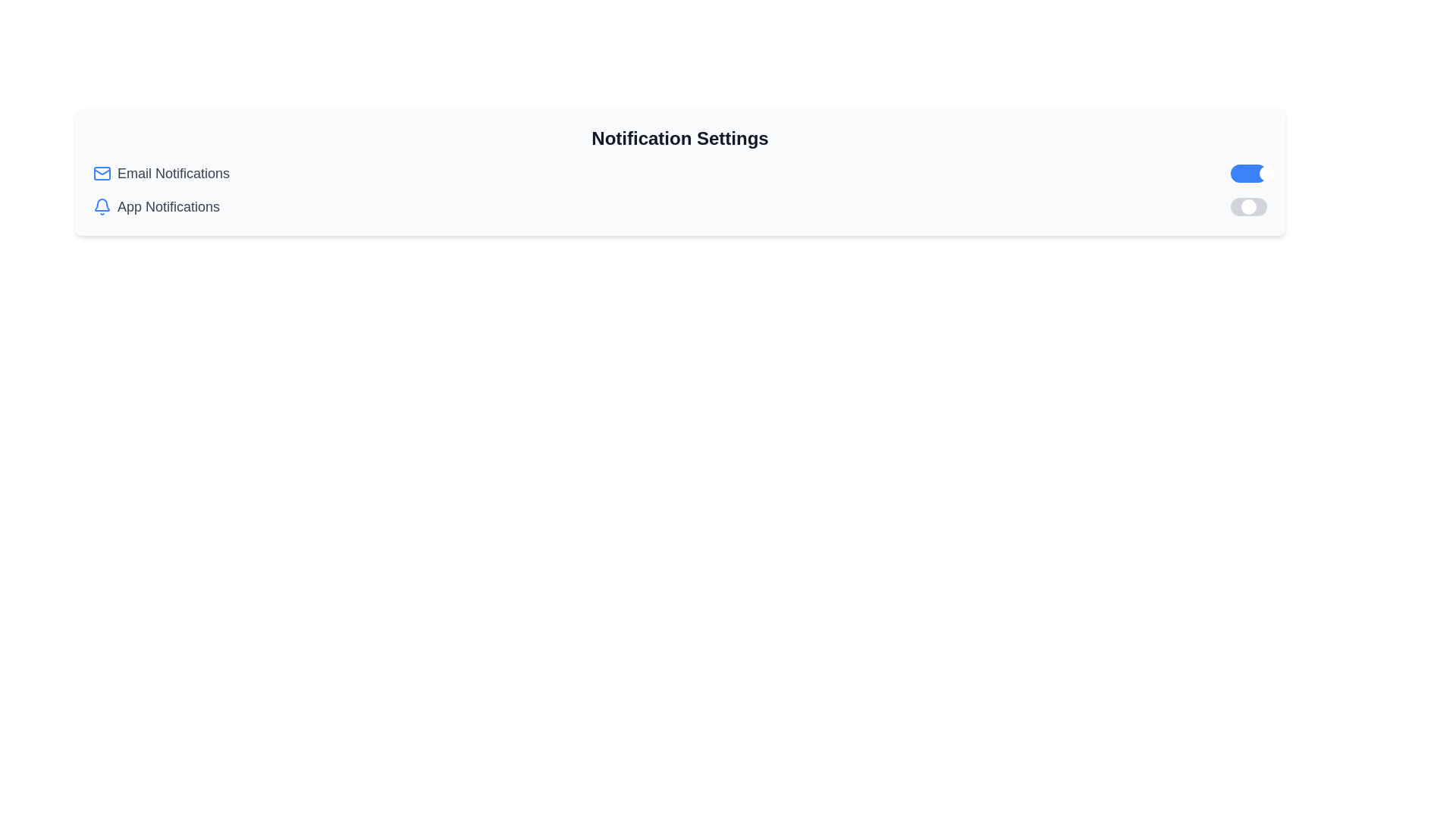 This screenshot has height=819, width=1456. Describe the element at coordinates (101, 172) in the screenshot. I see `the email notifications icon located to the left of the 'Email Notifications' text label by clicking on it` at that location.